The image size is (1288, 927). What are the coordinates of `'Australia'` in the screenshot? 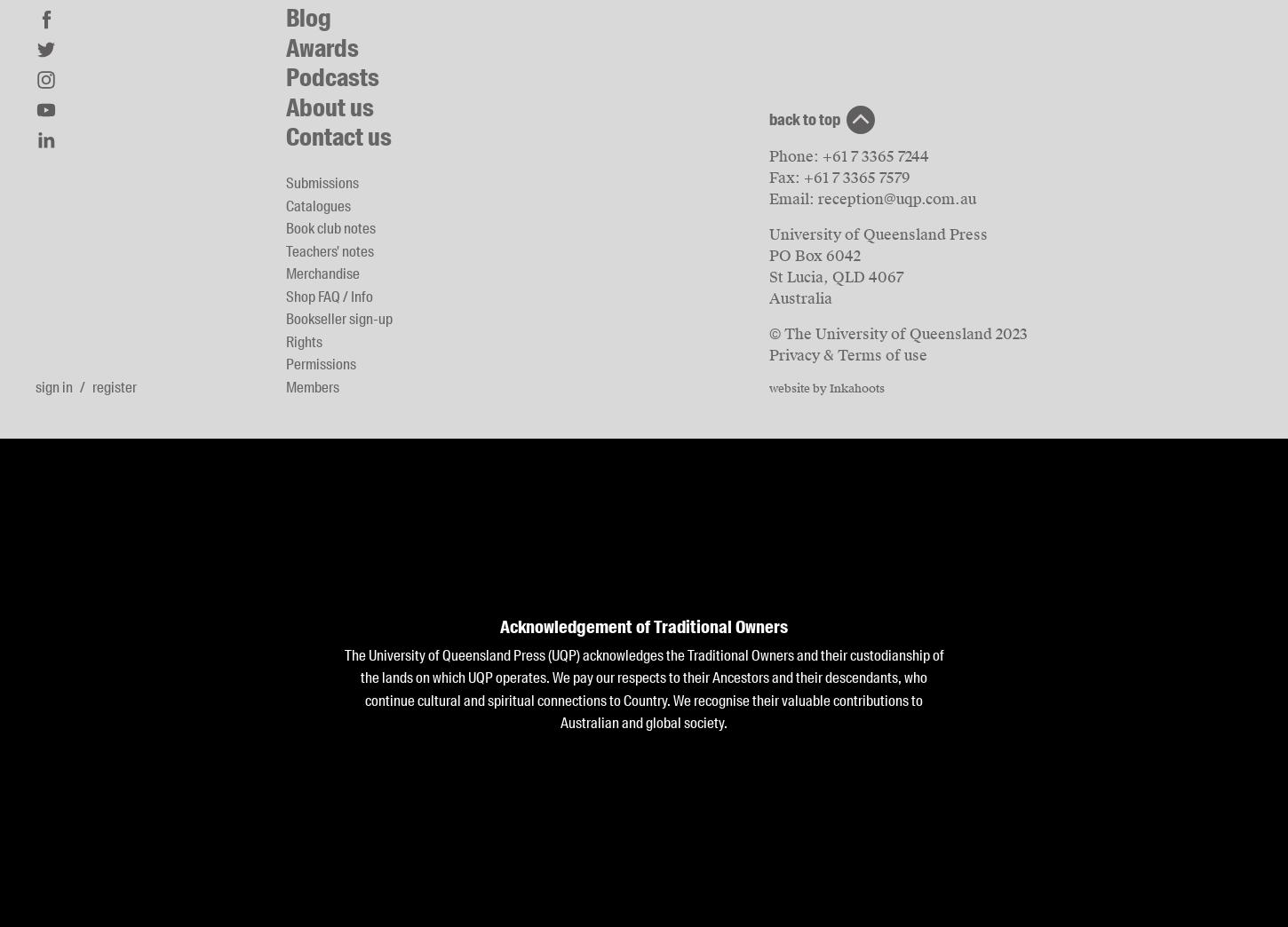 It's located at (799, 297).